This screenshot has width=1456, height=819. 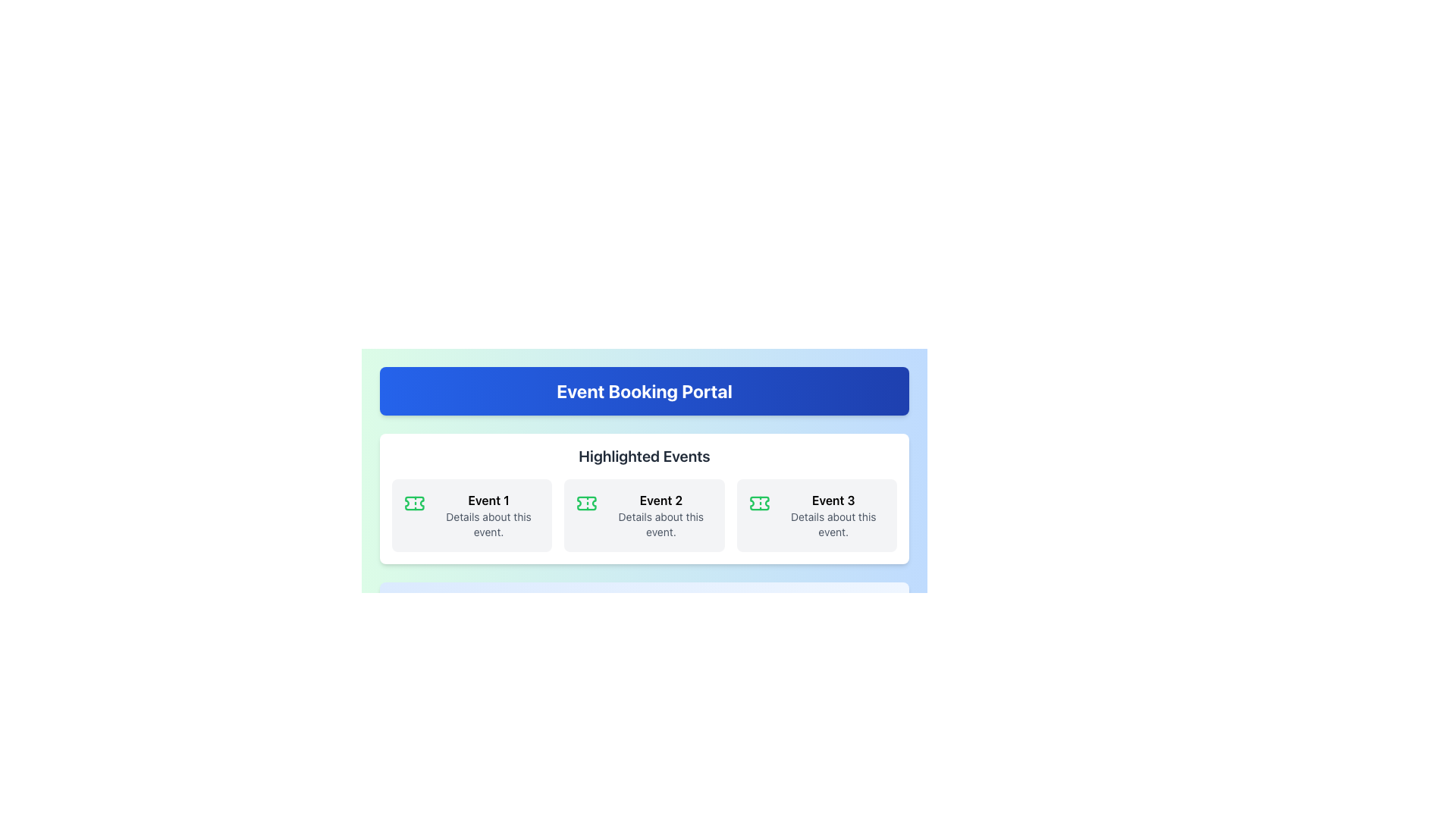 I want to click on the green ticket icon next to the title 'Event 1', which serves as a visual identifier for the event, so click(x=414, y=503).